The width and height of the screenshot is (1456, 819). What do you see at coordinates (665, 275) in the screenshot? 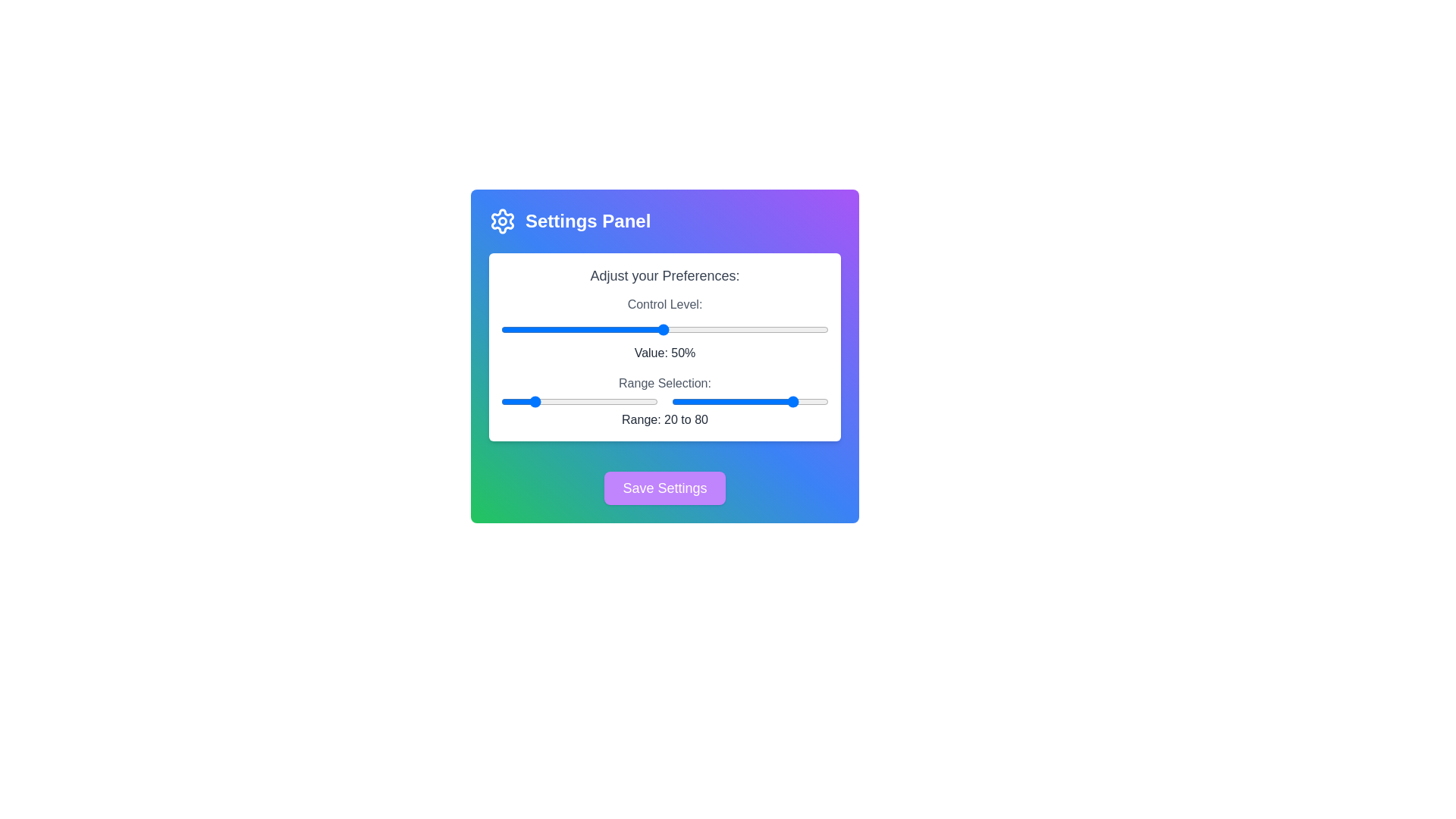
I see `the textual label that says 'Adjust your Preferences:', which is styled in a large dark-gray font and positioned centrally at the top of a white content section within a gradient panel` at bounding box center [665, 275].